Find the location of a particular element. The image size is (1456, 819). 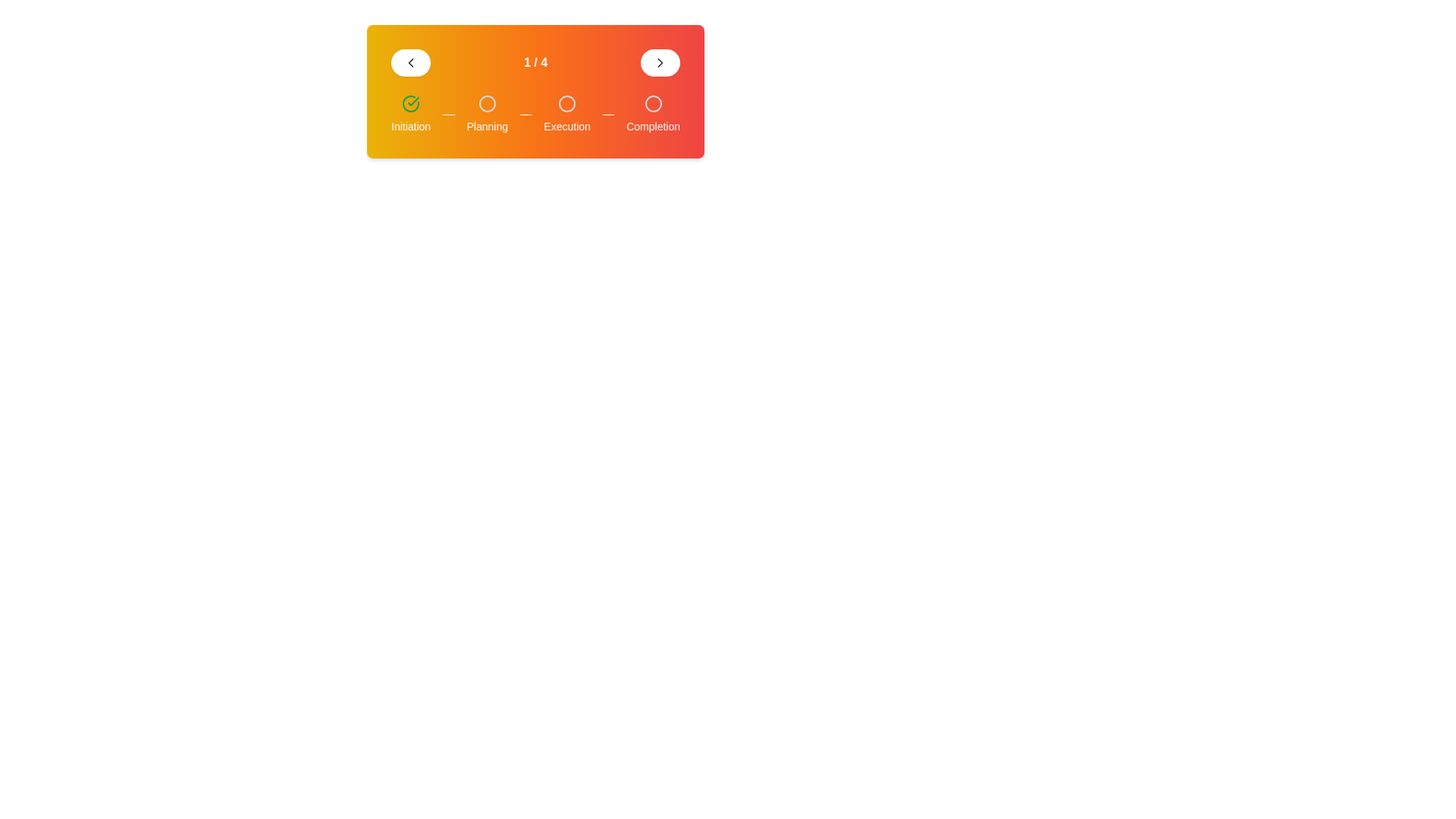

the text label displaying the word 'Execution', which is part of a progression tracker and located beneath its corresponding circular icon is located at coordinates (566, 125).